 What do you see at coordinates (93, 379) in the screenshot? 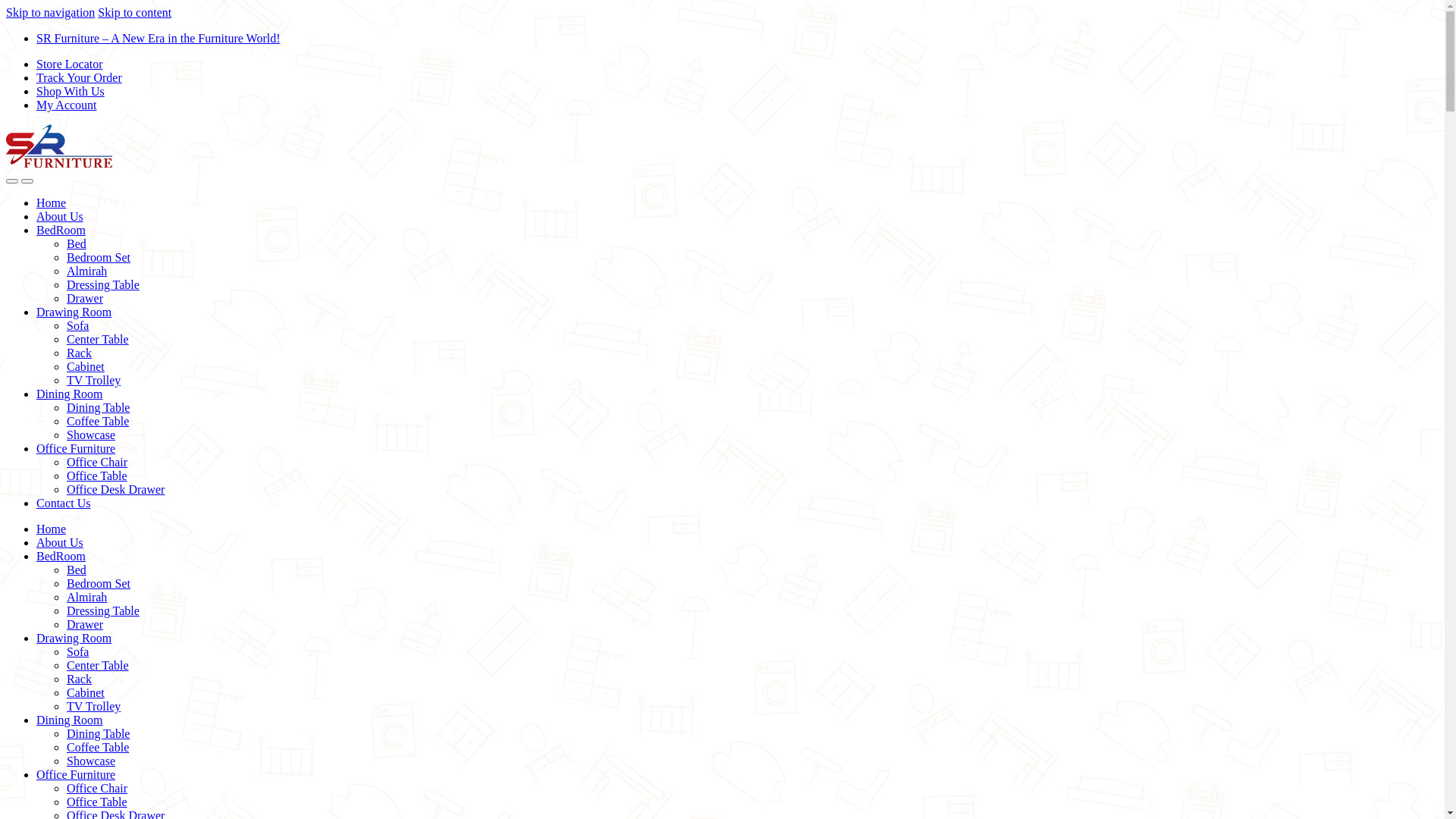
I see `'TV Trolley'` at bounding box center [93, 379].